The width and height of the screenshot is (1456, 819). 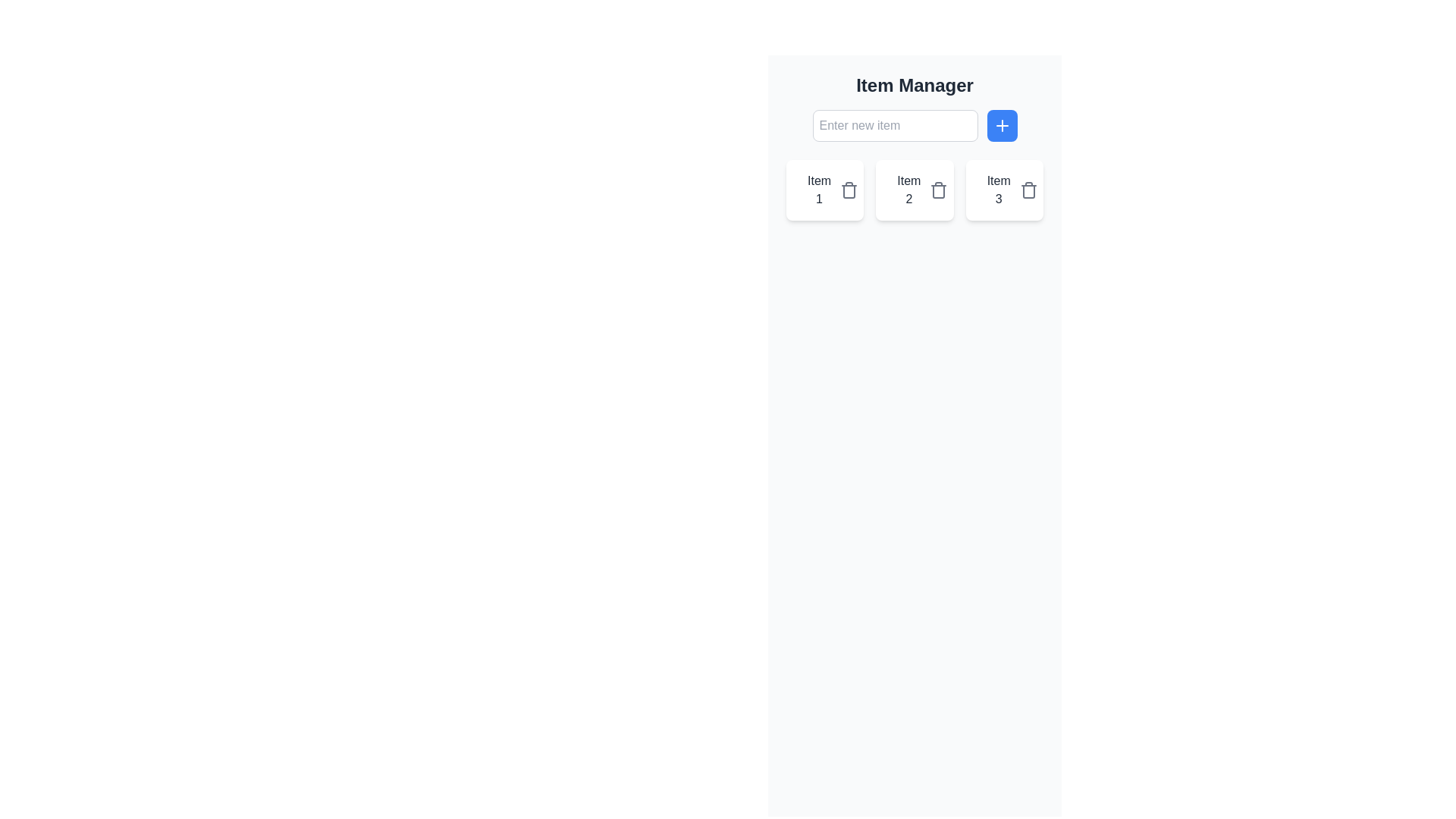 What do you see at coordinates (1002, 124) in the screenshot?
I see `the '+' icon within the blue circular button` at bounding box center [1002, 124].